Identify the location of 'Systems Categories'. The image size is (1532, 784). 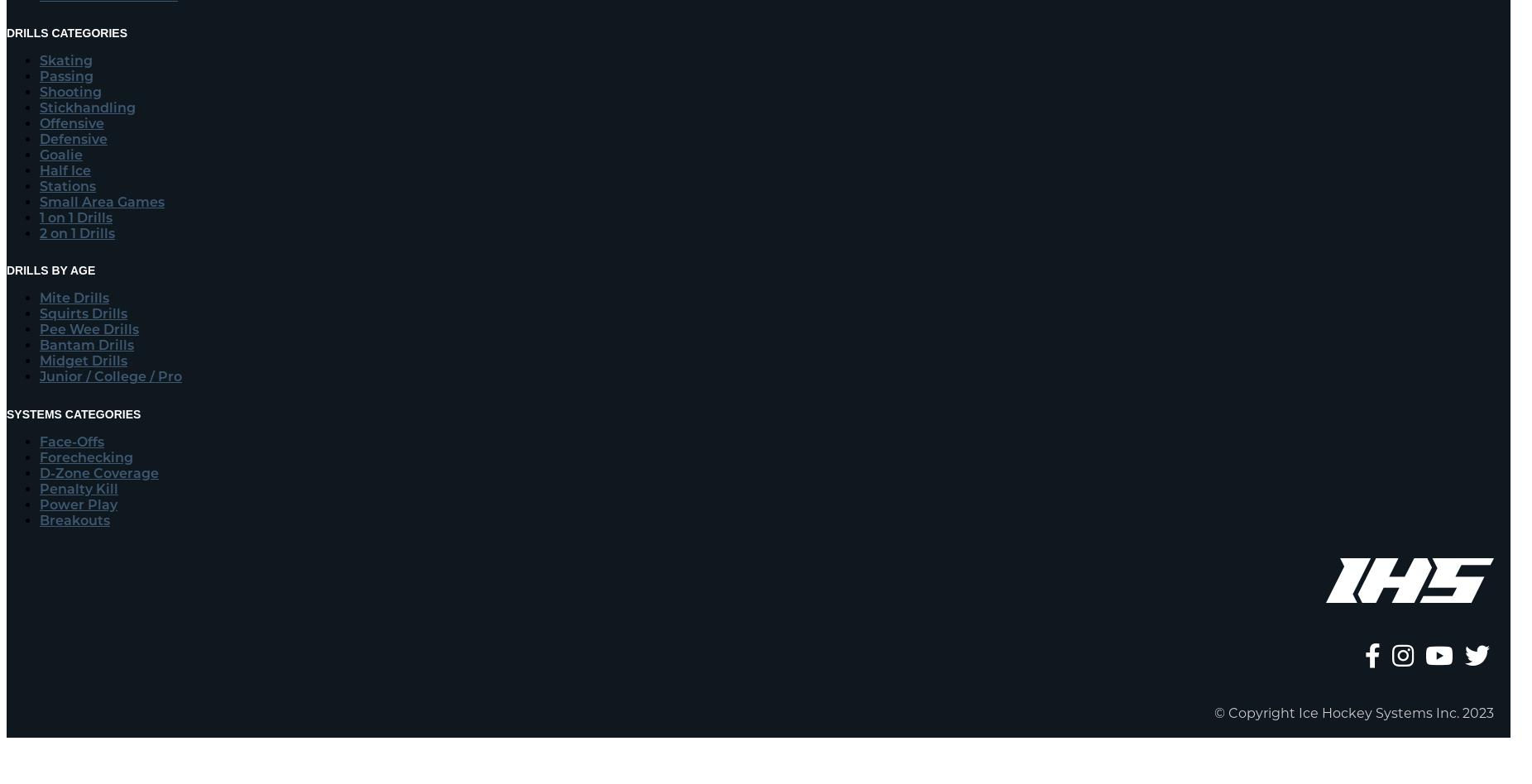
(5, 414).